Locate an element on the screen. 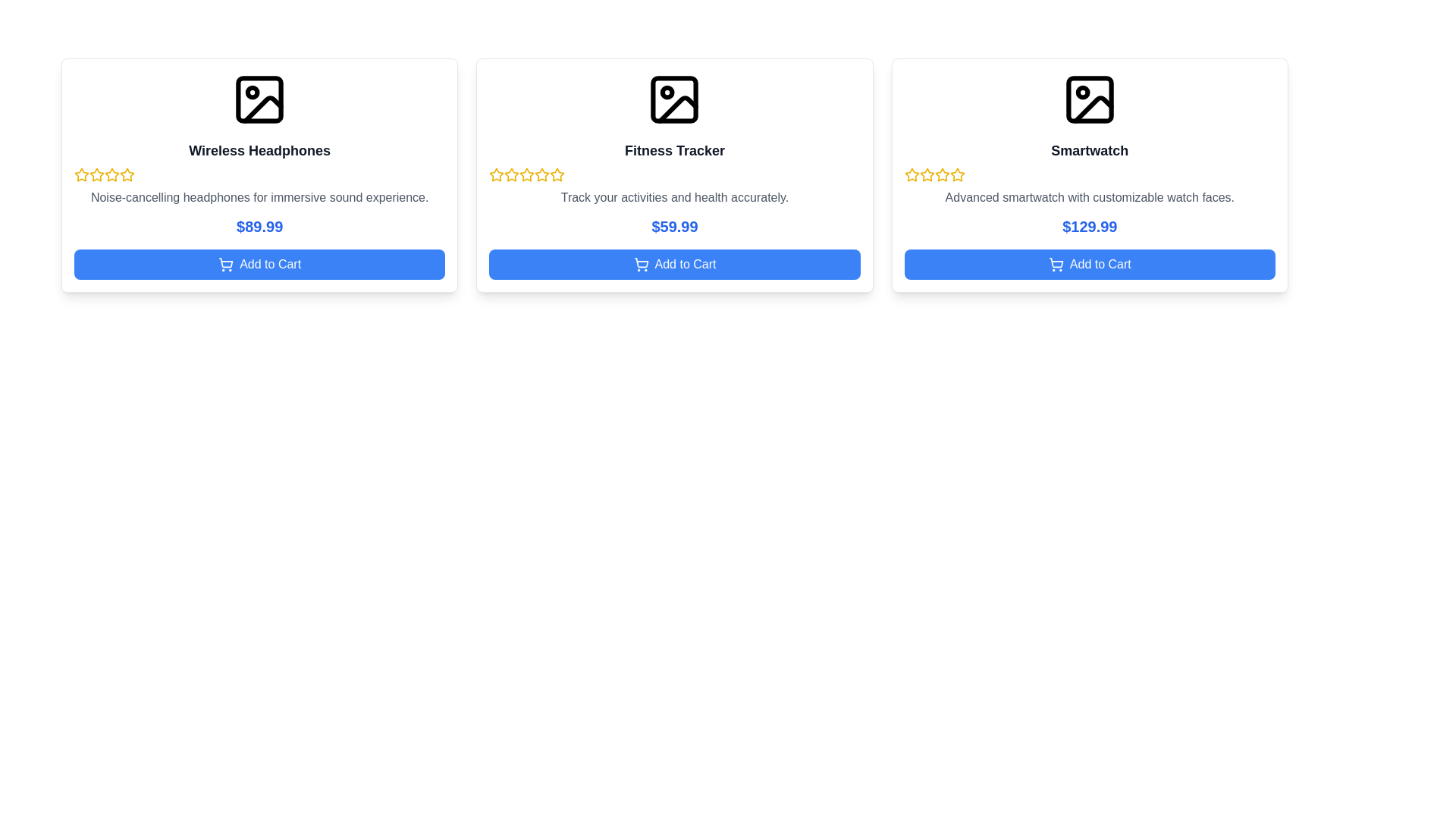 The height and width of the screenshot is (819, 1456). the light gray text reading 'Track your activities and health accurately.' located below the 'Fitness Tracker' title and above the '$59.99' price in the product card is located at coordinates (673, 197).